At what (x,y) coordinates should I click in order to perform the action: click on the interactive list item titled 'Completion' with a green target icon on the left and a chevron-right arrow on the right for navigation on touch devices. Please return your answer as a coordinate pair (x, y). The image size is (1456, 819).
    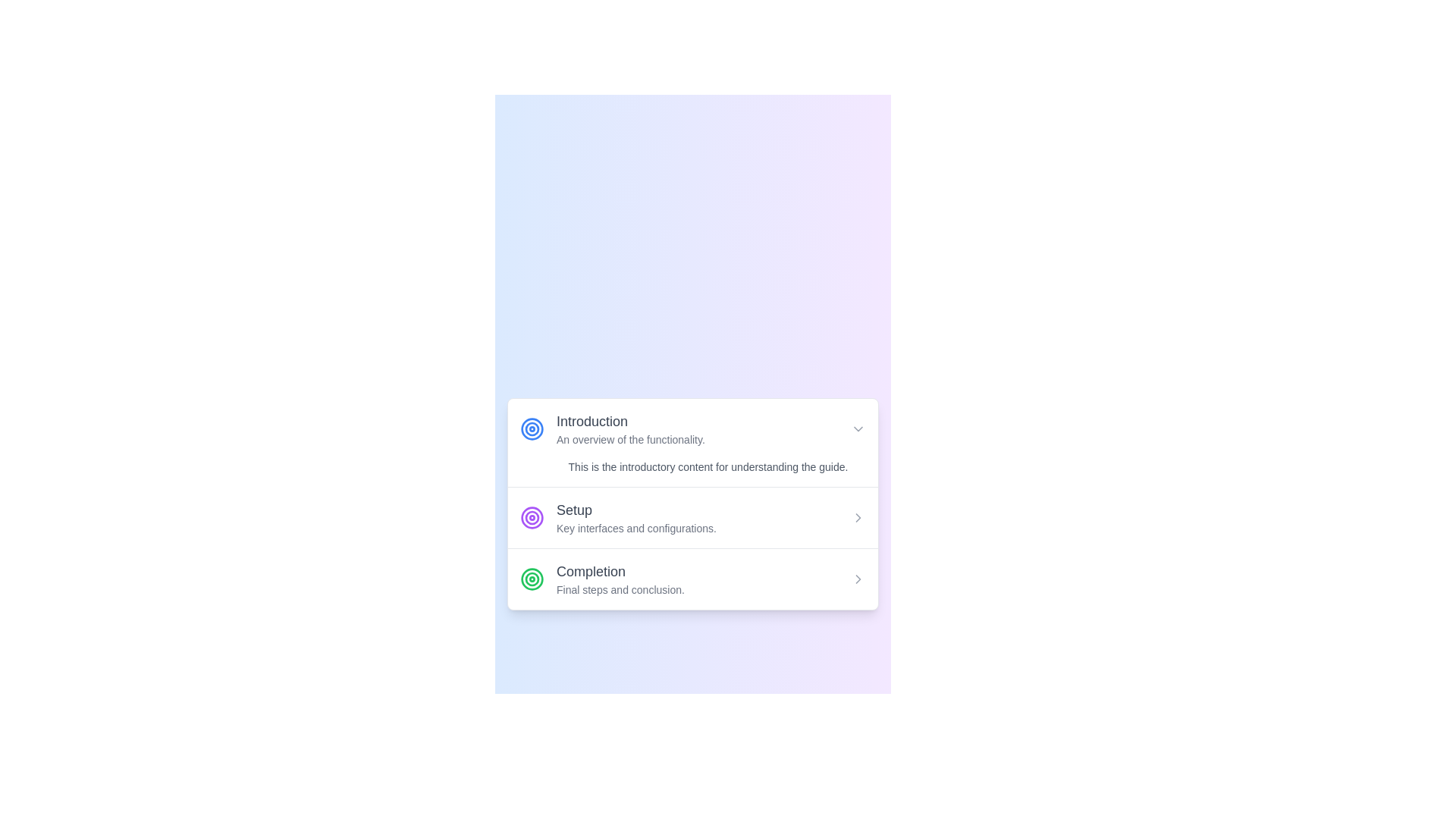
    Looking at the image, I should click on (692, 579).